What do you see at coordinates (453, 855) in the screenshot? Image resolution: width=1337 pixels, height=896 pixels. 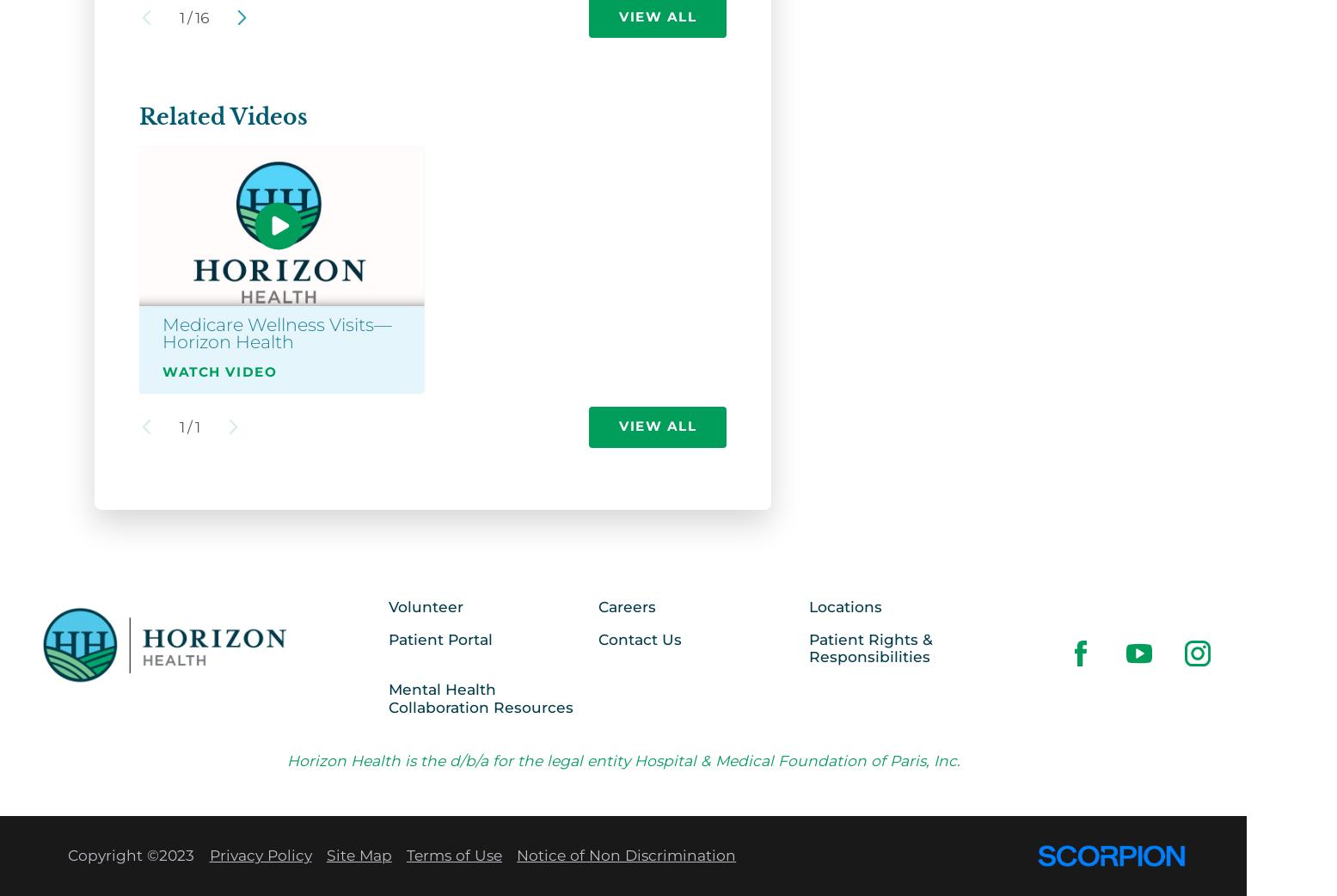 I see `'Terms of Use'` at bounding box center [453, 855].